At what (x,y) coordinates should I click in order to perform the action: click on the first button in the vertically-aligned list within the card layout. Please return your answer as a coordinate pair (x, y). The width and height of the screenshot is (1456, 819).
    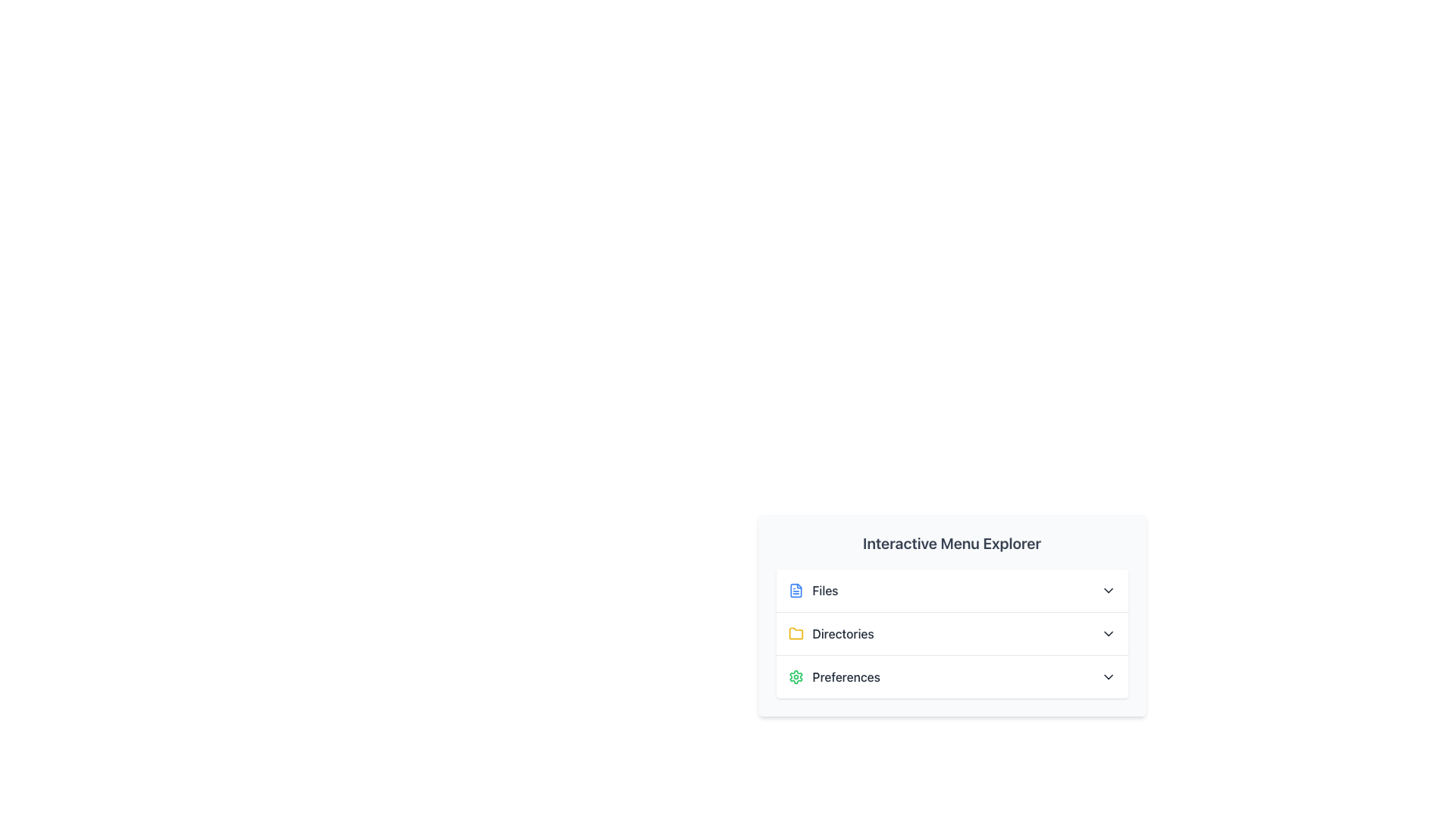
    Looking at the image, I should click on (951, 590).